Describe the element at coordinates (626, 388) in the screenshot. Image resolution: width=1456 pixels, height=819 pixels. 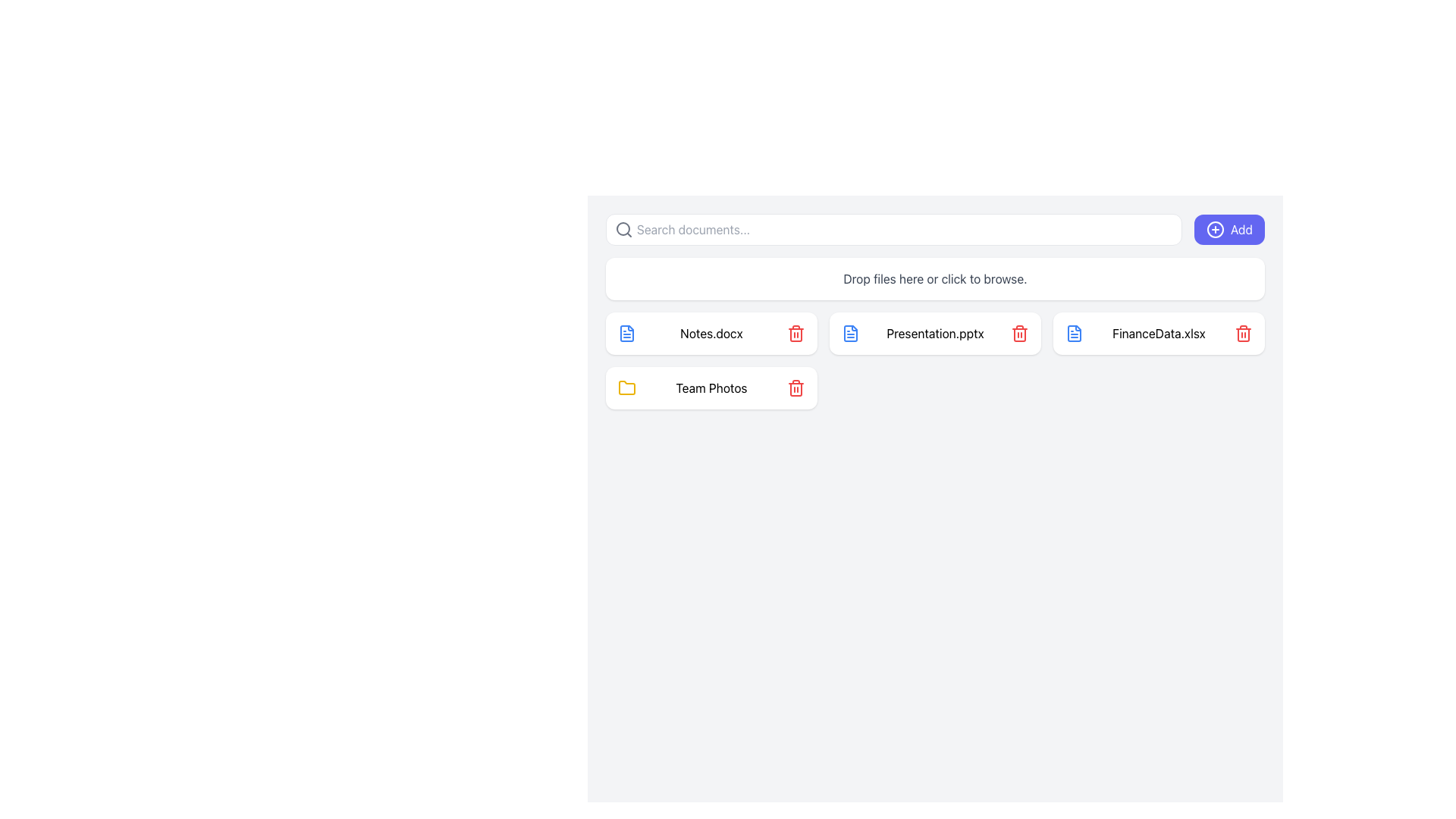
I see `the 'Team Photos' folder icon, which is located in the top-left corner of the section containing this item and is the leftmost of three main elements` at that location.